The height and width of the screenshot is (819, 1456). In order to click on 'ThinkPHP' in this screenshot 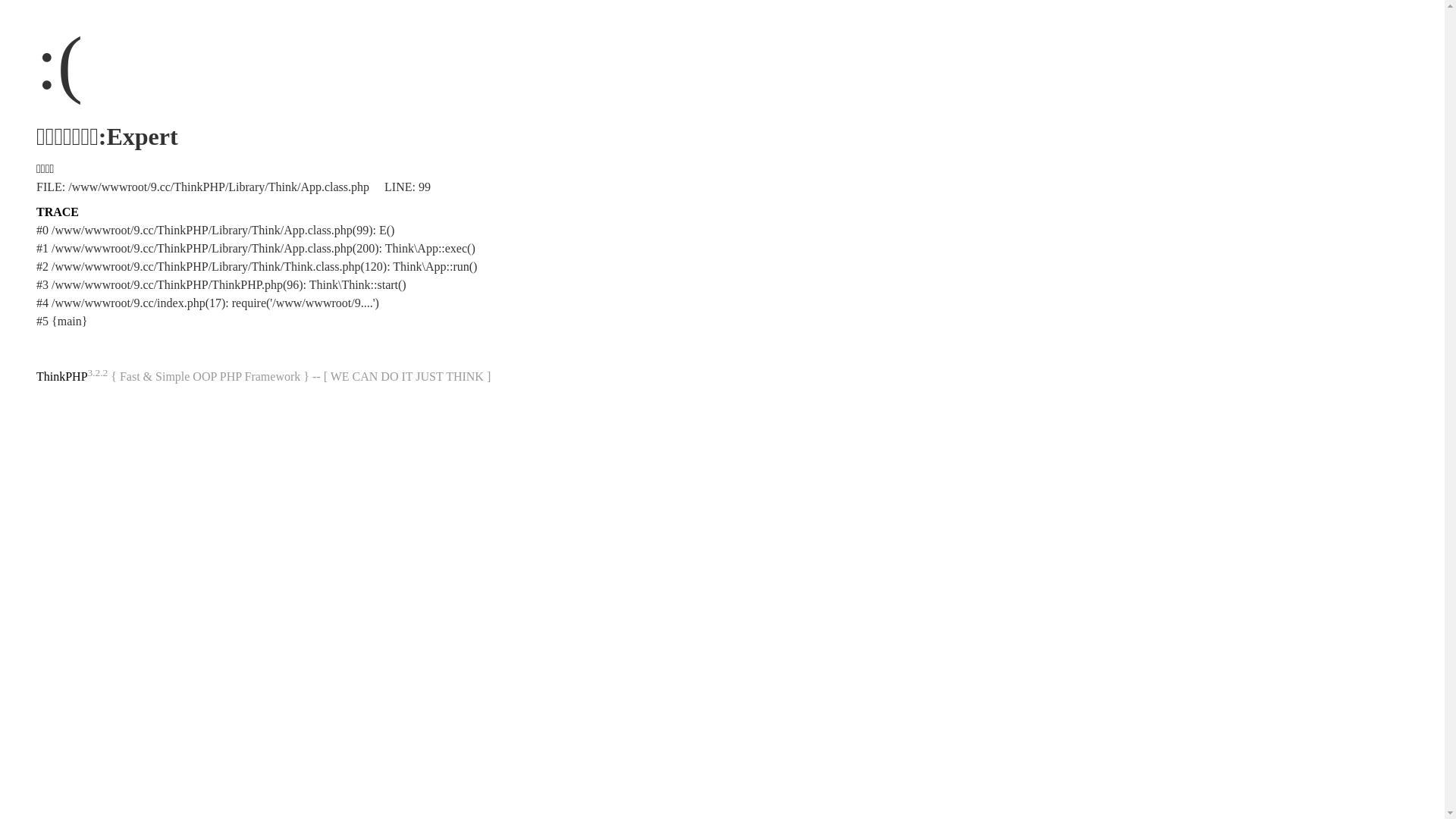, I will do `click(61, 375)`.